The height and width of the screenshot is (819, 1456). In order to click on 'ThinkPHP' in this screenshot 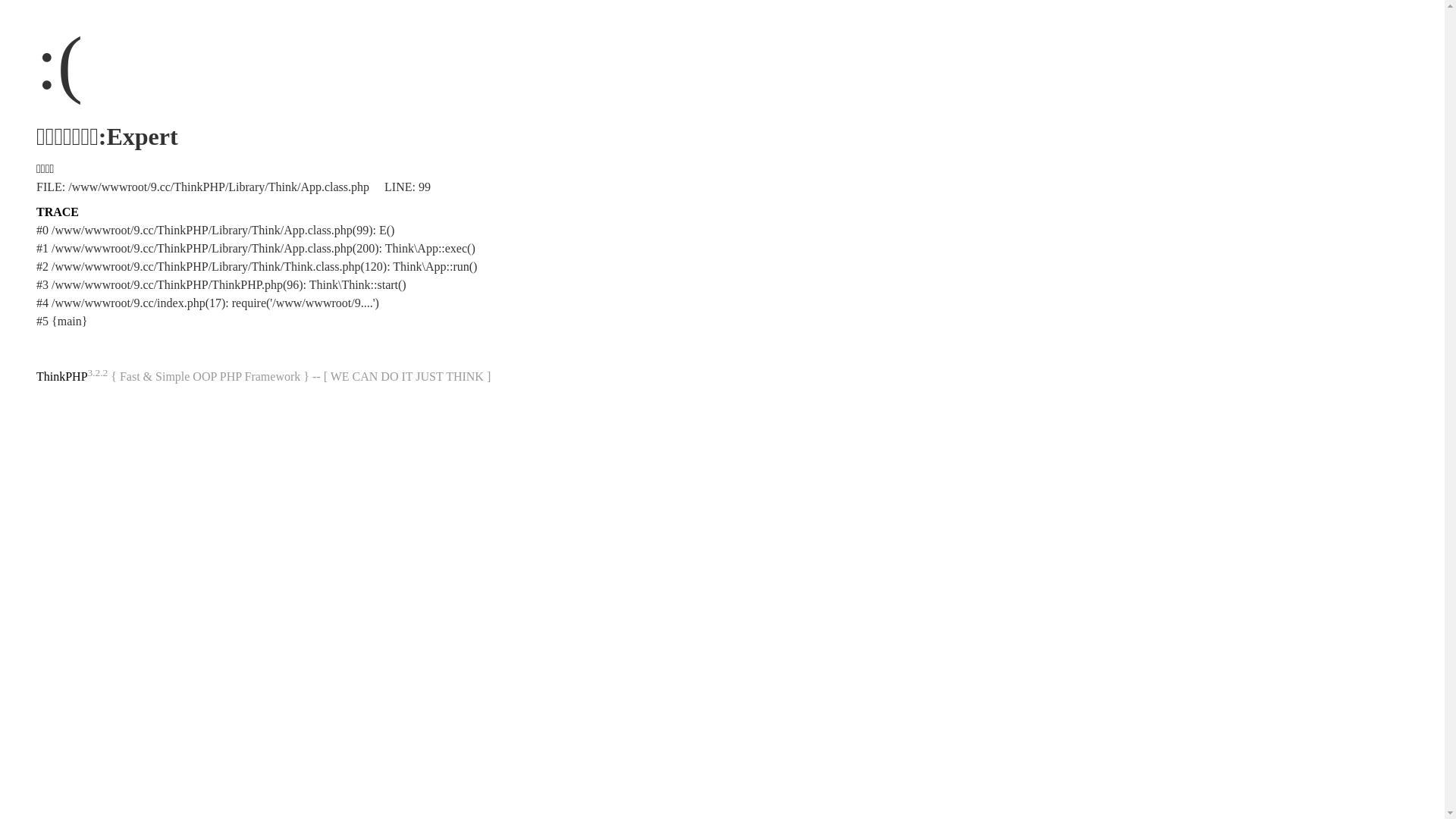, I will do `click(61, 375)`.